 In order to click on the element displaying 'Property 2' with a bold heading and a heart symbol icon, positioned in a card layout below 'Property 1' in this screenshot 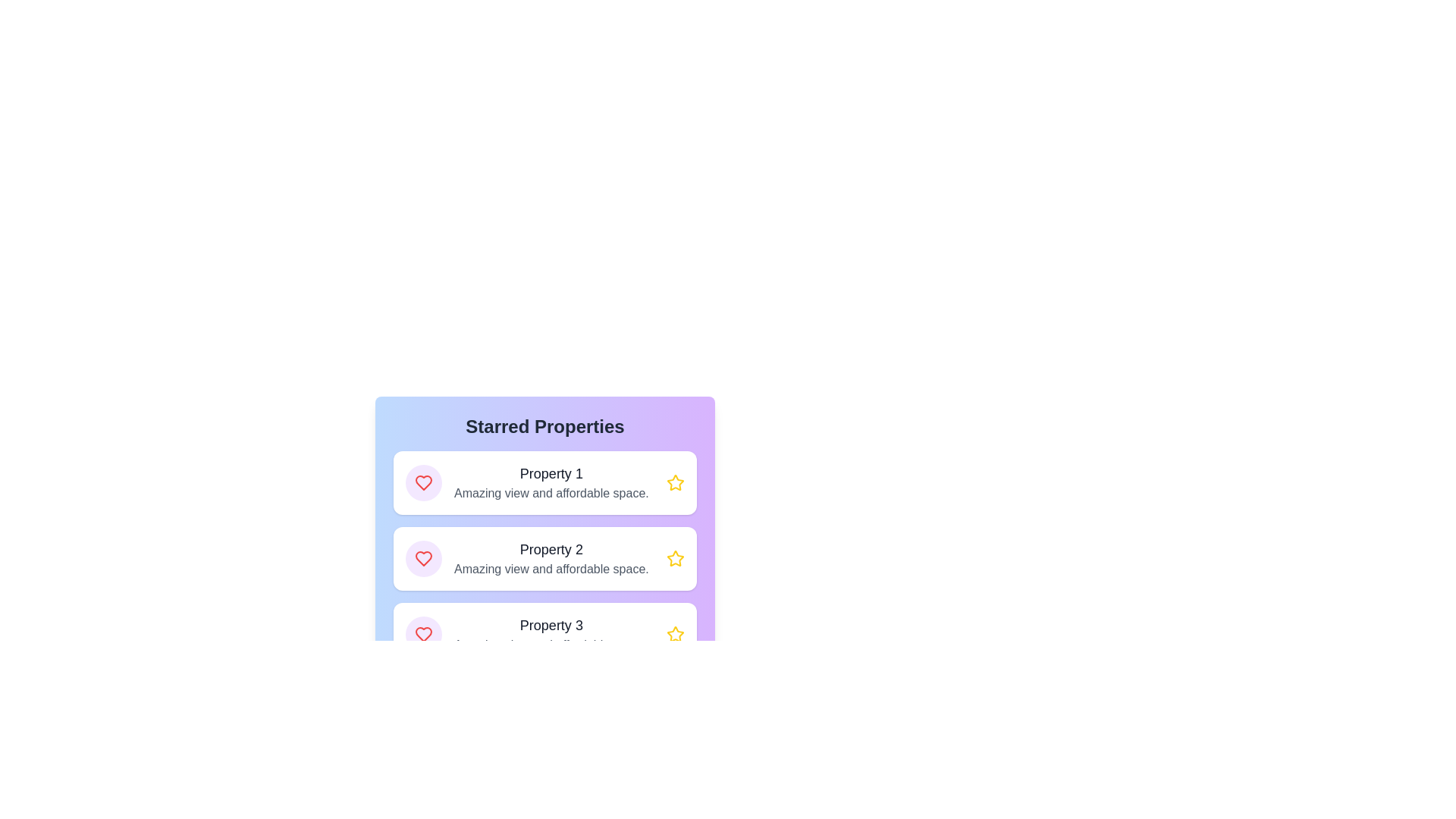, I will do `click(527, 558)`.